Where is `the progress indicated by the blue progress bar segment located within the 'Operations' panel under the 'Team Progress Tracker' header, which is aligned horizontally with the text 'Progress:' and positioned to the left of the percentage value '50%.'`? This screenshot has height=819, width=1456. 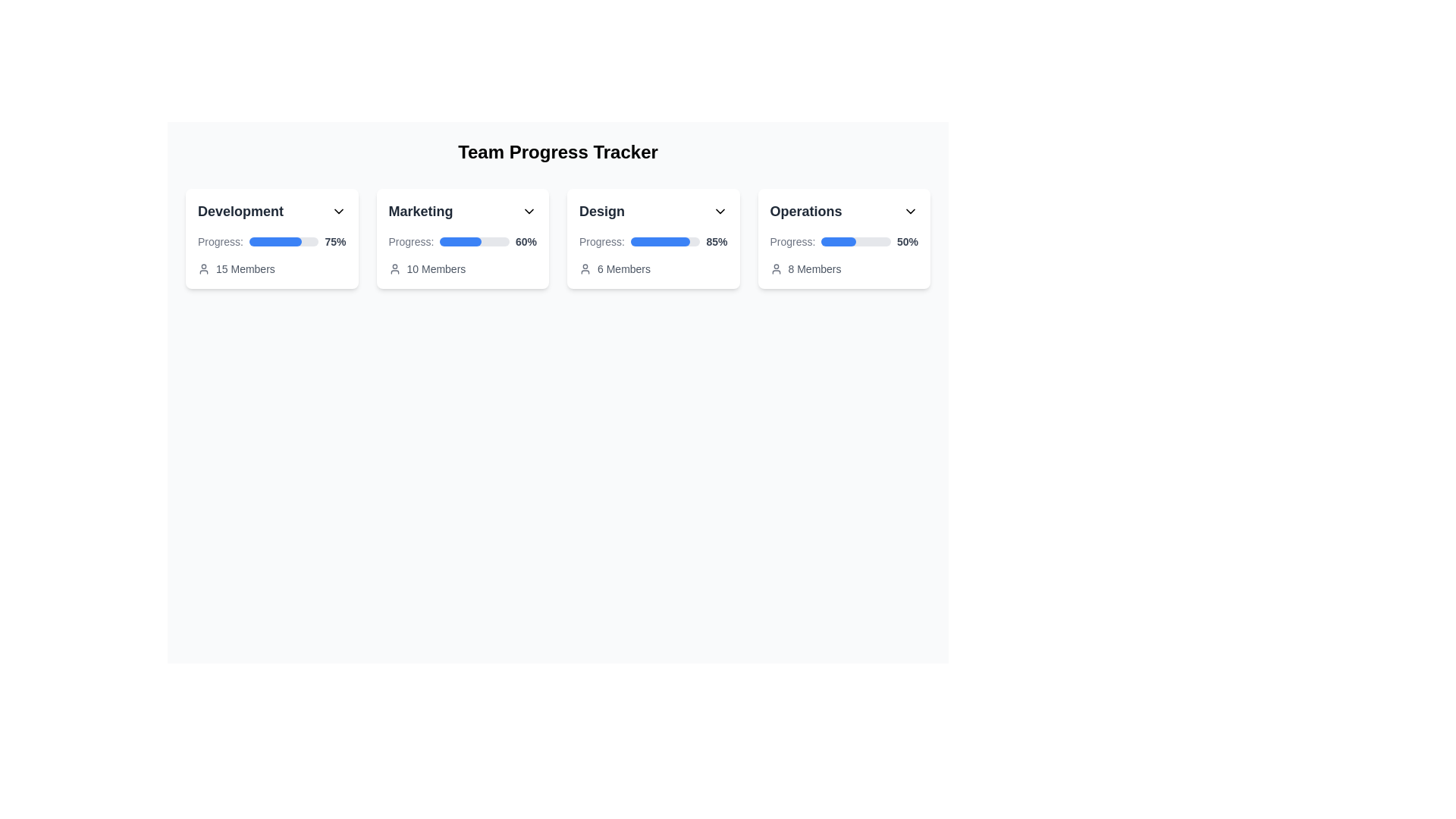
the progress indicated by the blue progress bar segment located within the 'Operations' panel under the 'Team Progress Tracker' header, which is aligned horizontally with the text 'Progress:' and positioned to the left of the percentage value '50%.' is located at coordinates (838, 241).